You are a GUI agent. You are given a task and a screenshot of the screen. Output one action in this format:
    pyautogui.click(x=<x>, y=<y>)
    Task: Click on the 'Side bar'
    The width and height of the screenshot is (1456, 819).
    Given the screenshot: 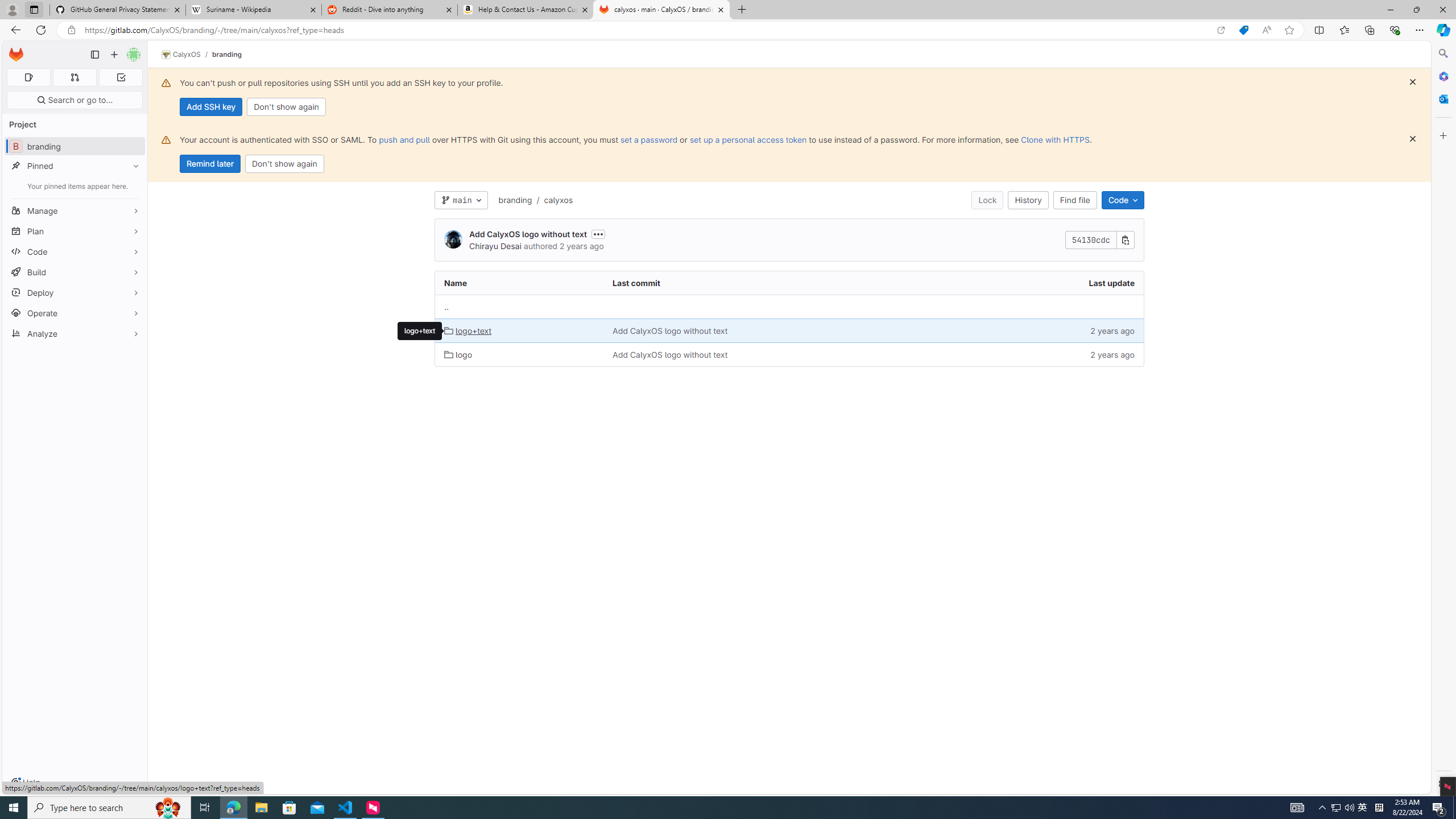 What is the action you would take?
    pyautogui.click(x=1443, y=418)
    